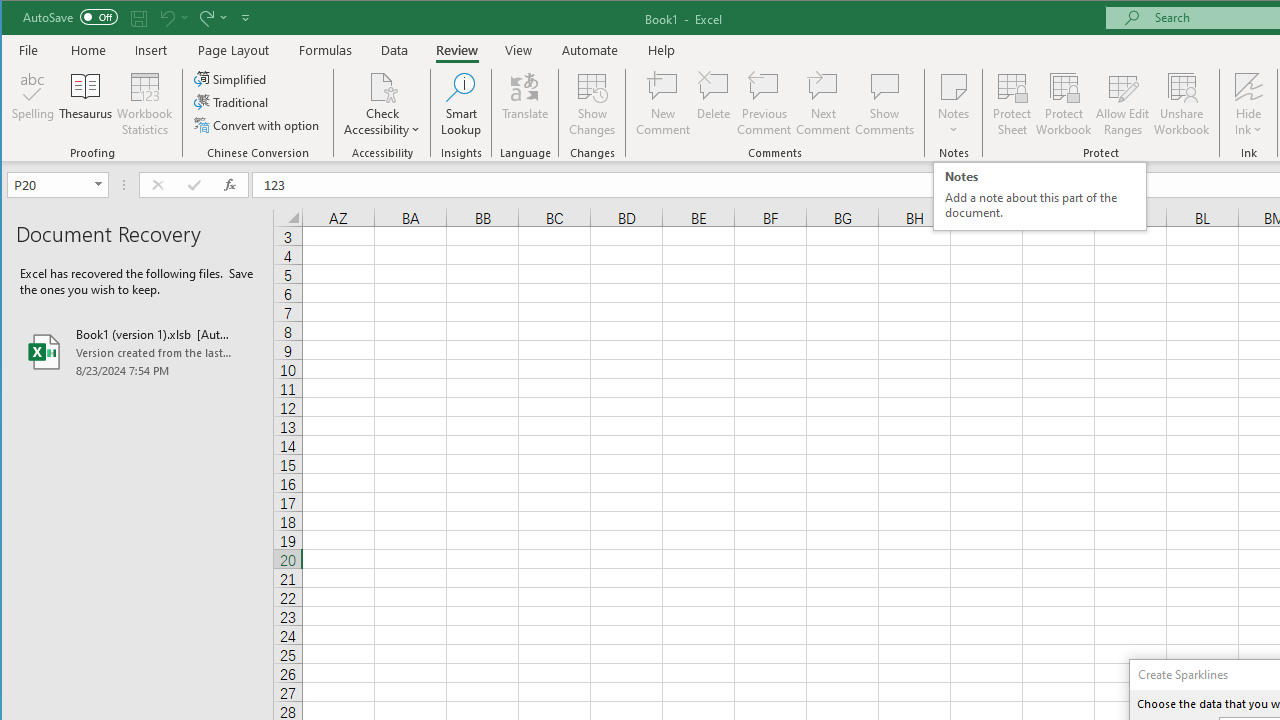  Describe the element at coordinates (232, 102) in the screenshot. I see `'Traditional'` at that location.